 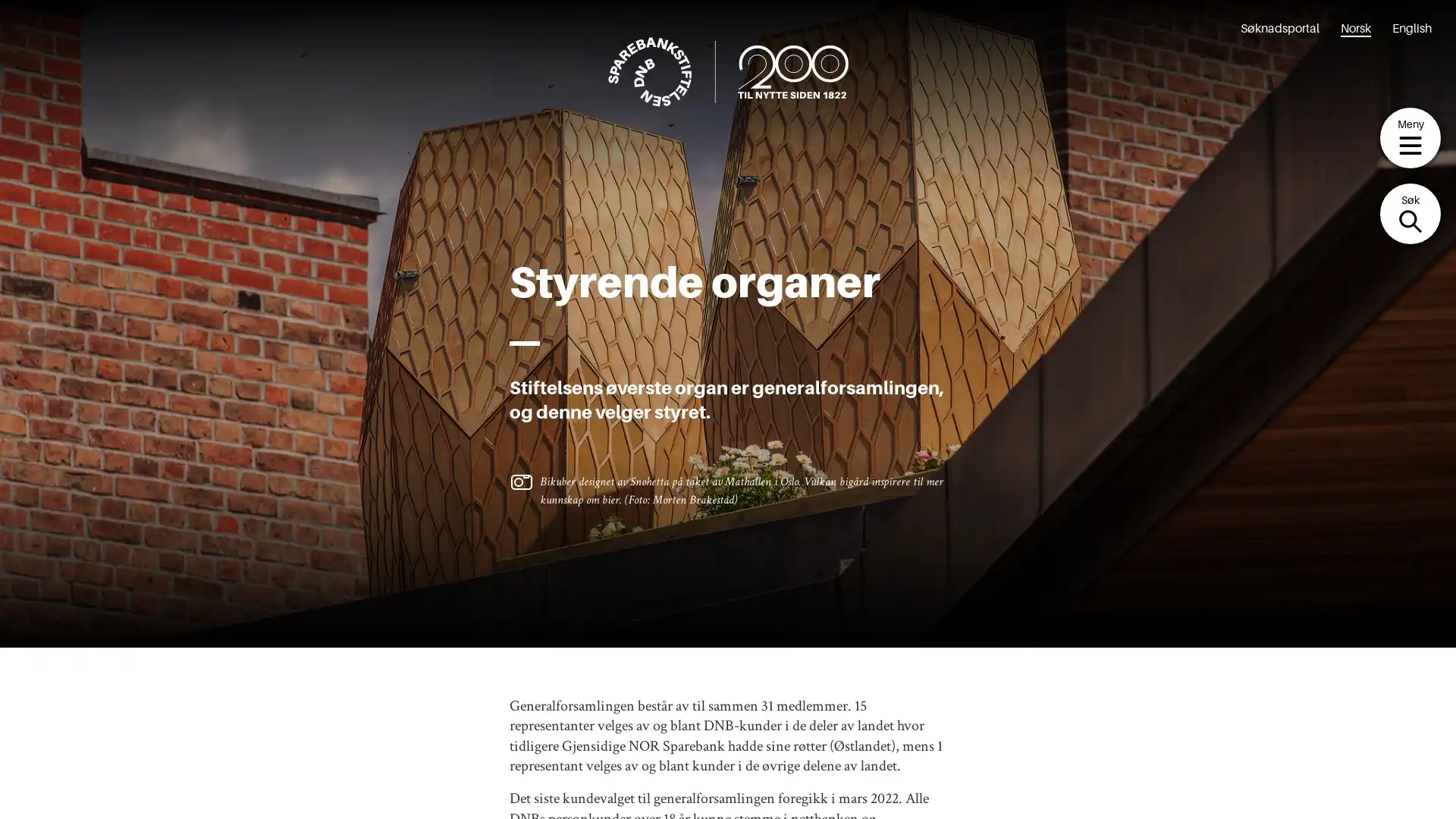 I want to click on Godta alle, so click(x=563, y=375).